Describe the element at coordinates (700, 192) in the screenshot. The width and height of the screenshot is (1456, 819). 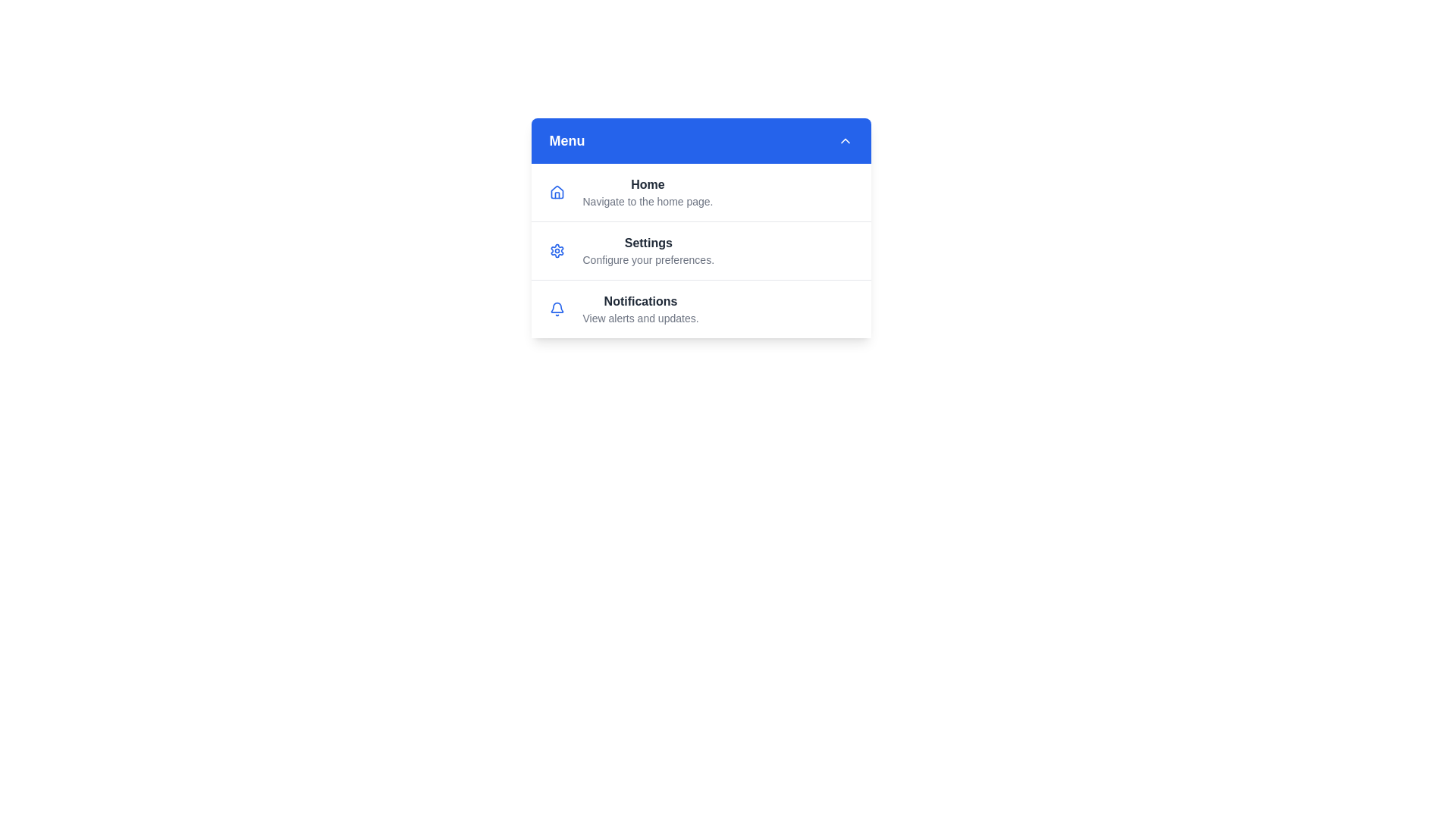
I see `the menu item Home to see its hover effect` at that location.